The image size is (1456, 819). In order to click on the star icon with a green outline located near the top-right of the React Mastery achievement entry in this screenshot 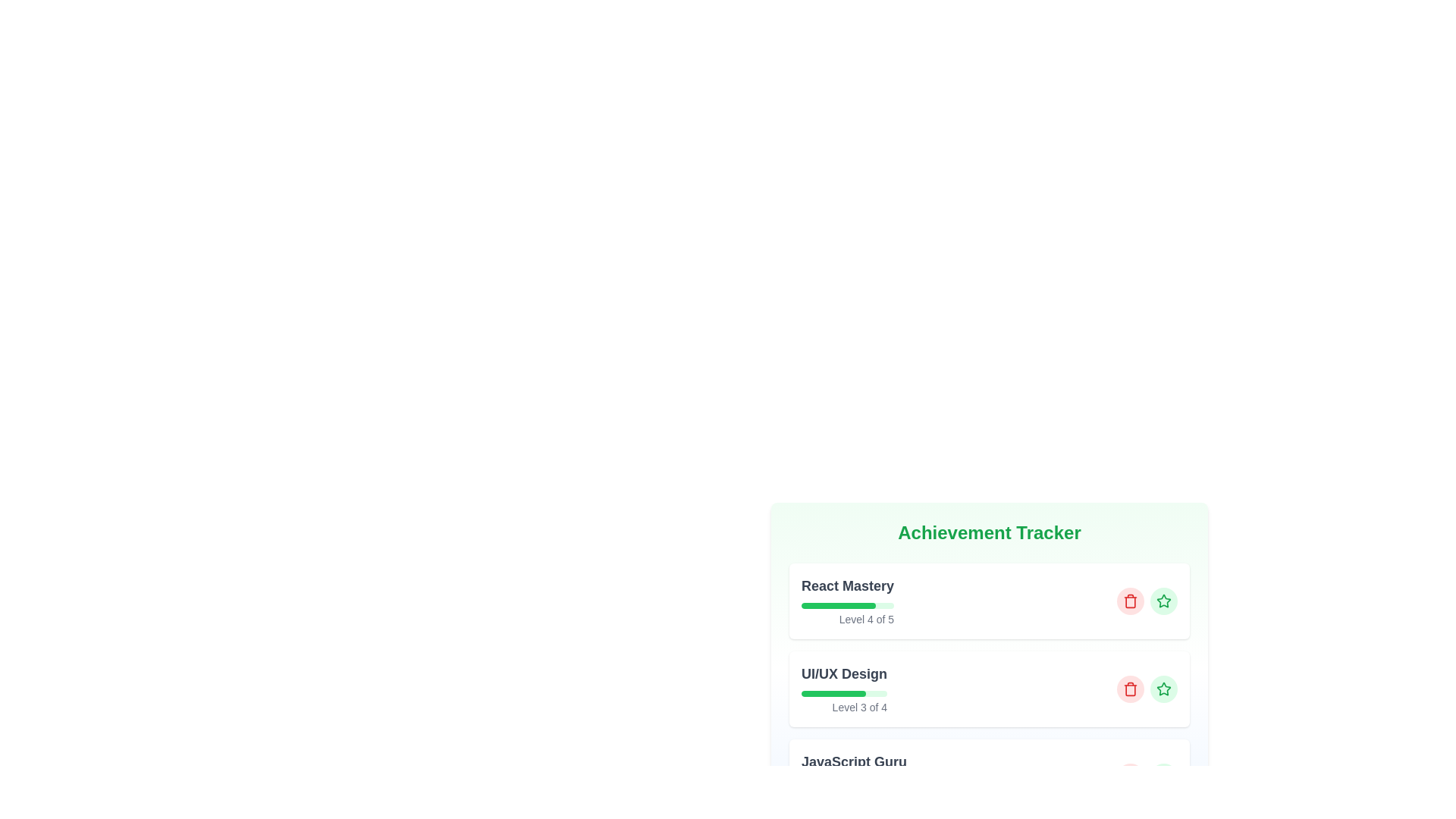, I will do `click(1163, 689)`.